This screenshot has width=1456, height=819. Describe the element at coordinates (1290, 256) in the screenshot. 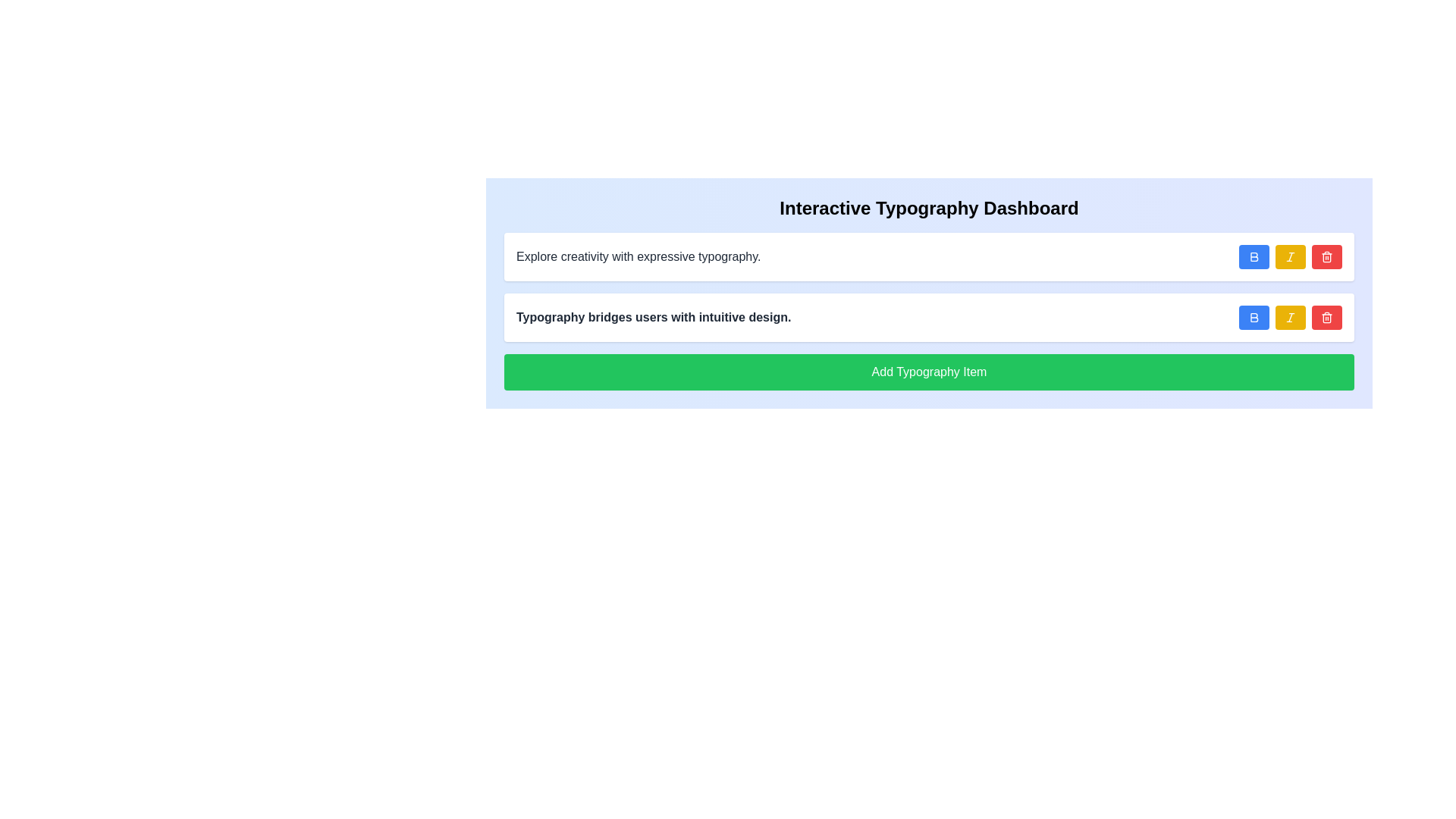

I see `the second icon in the group of three action icons on the right end of the toolbar` at that location.